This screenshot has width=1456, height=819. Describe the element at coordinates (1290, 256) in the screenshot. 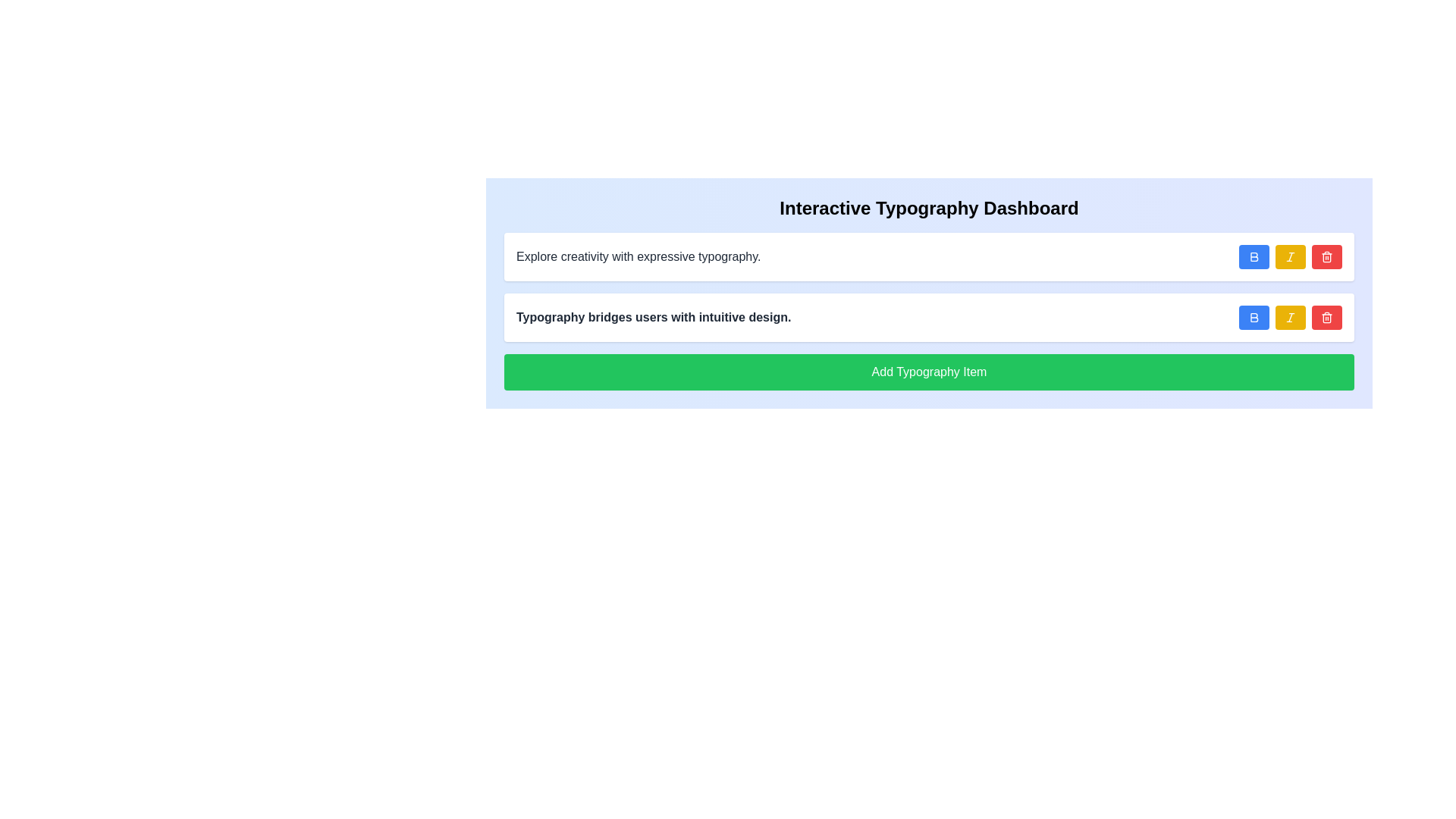

I see `the second icon in the group of three action icons on the right end of the toolbar` at that location.